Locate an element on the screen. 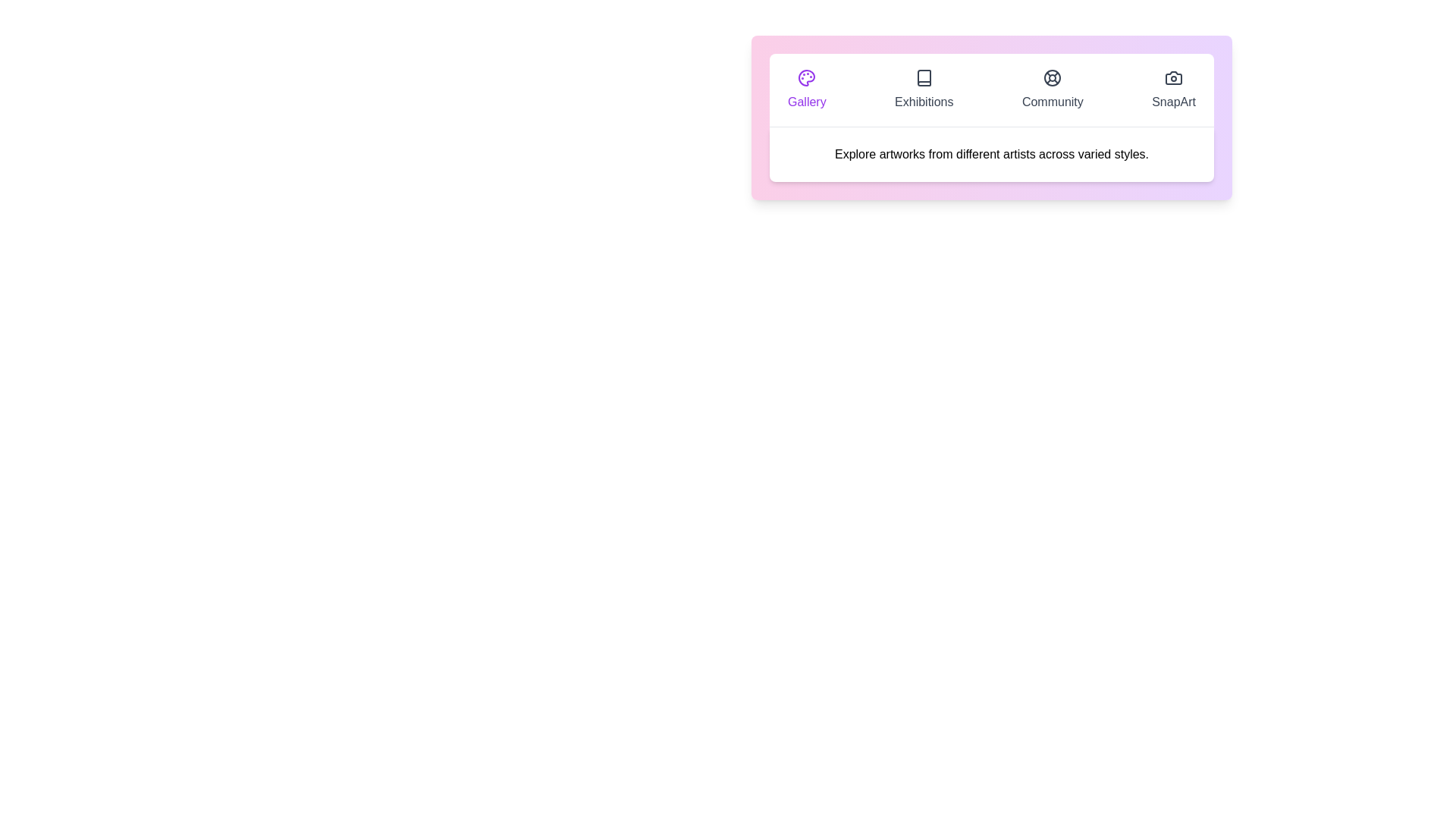  the tab labeled Gallery to display its content is located at coordinates (806, 90).